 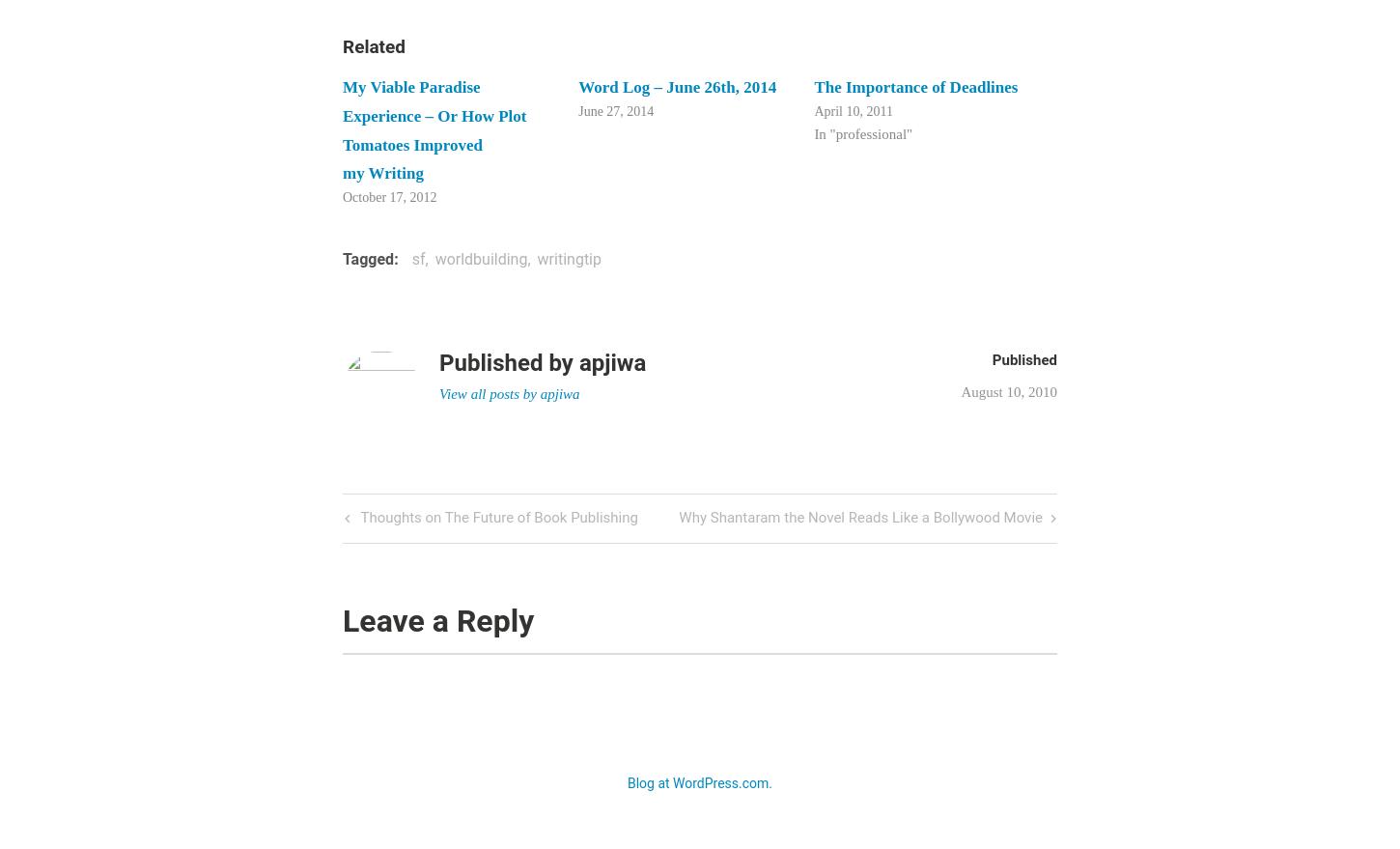 What do you see at coordinates (433, 257) in the screenshot?
I see `'worldbuilding'` at bounding box center [433, 257].